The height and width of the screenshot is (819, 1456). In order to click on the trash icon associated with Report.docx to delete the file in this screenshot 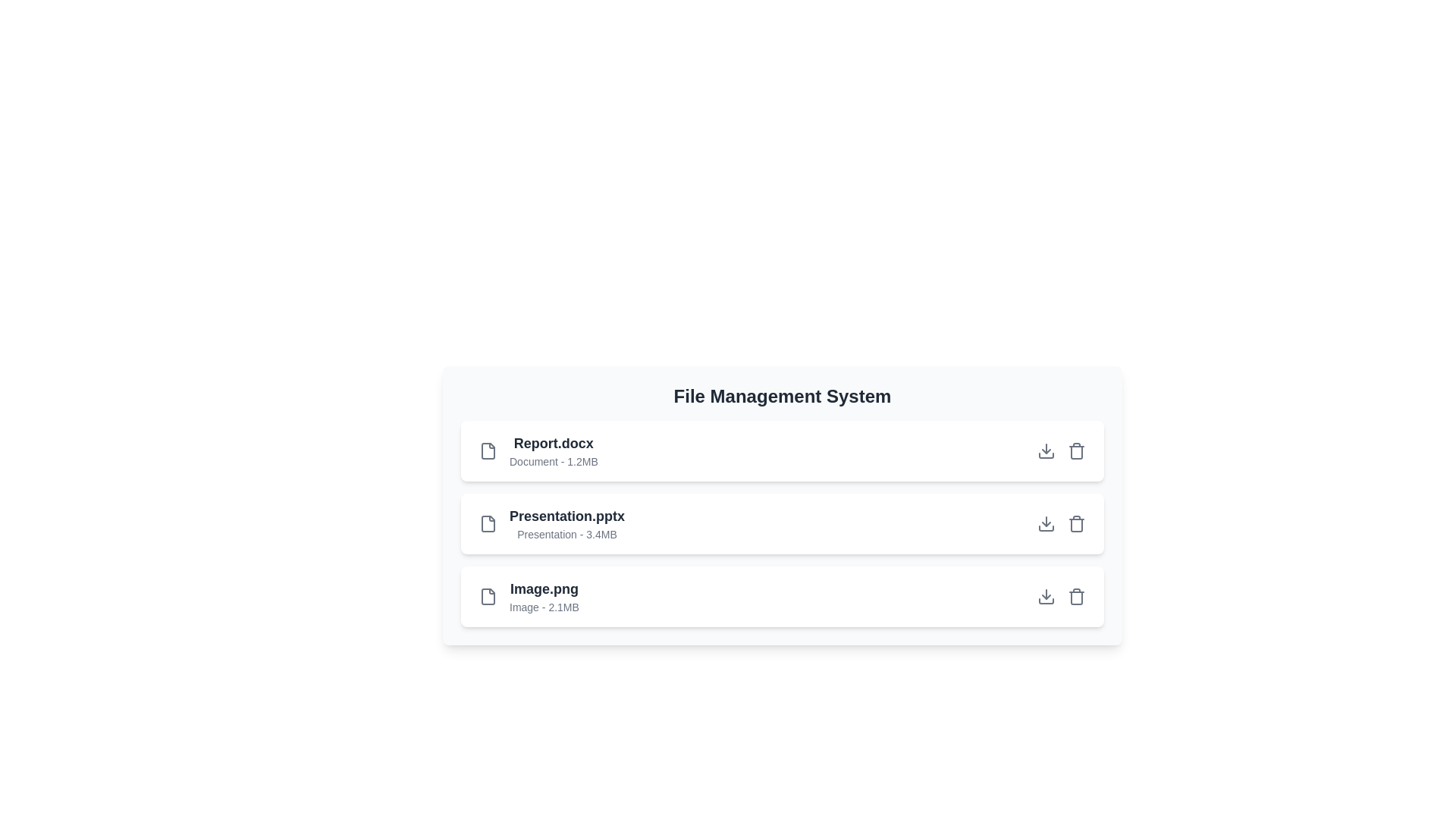, I will do `click(1076, 450)`.